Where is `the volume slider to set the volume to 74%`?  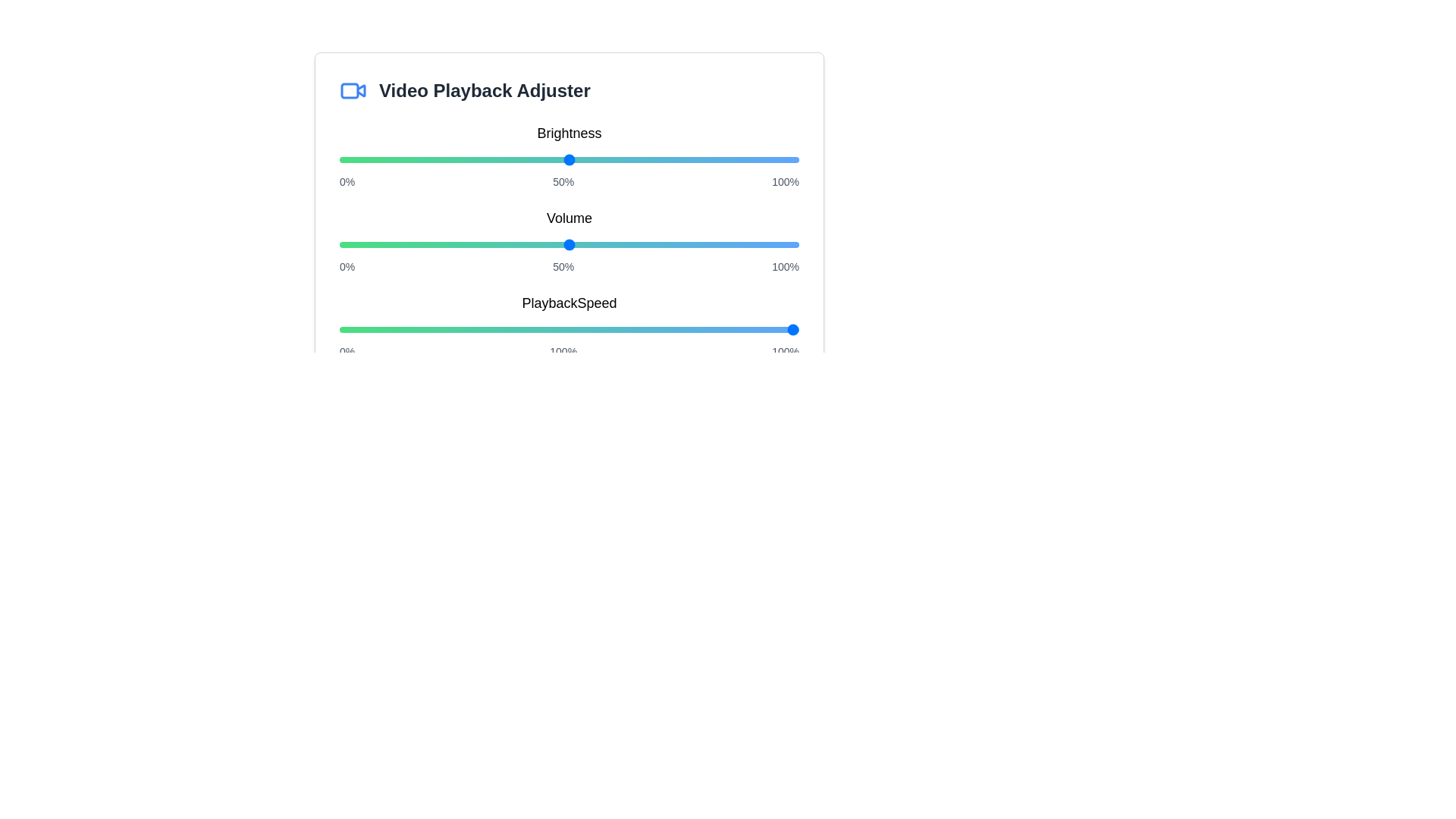
the volume slider to set the volume to 74% is located at coordinates (679, 244).